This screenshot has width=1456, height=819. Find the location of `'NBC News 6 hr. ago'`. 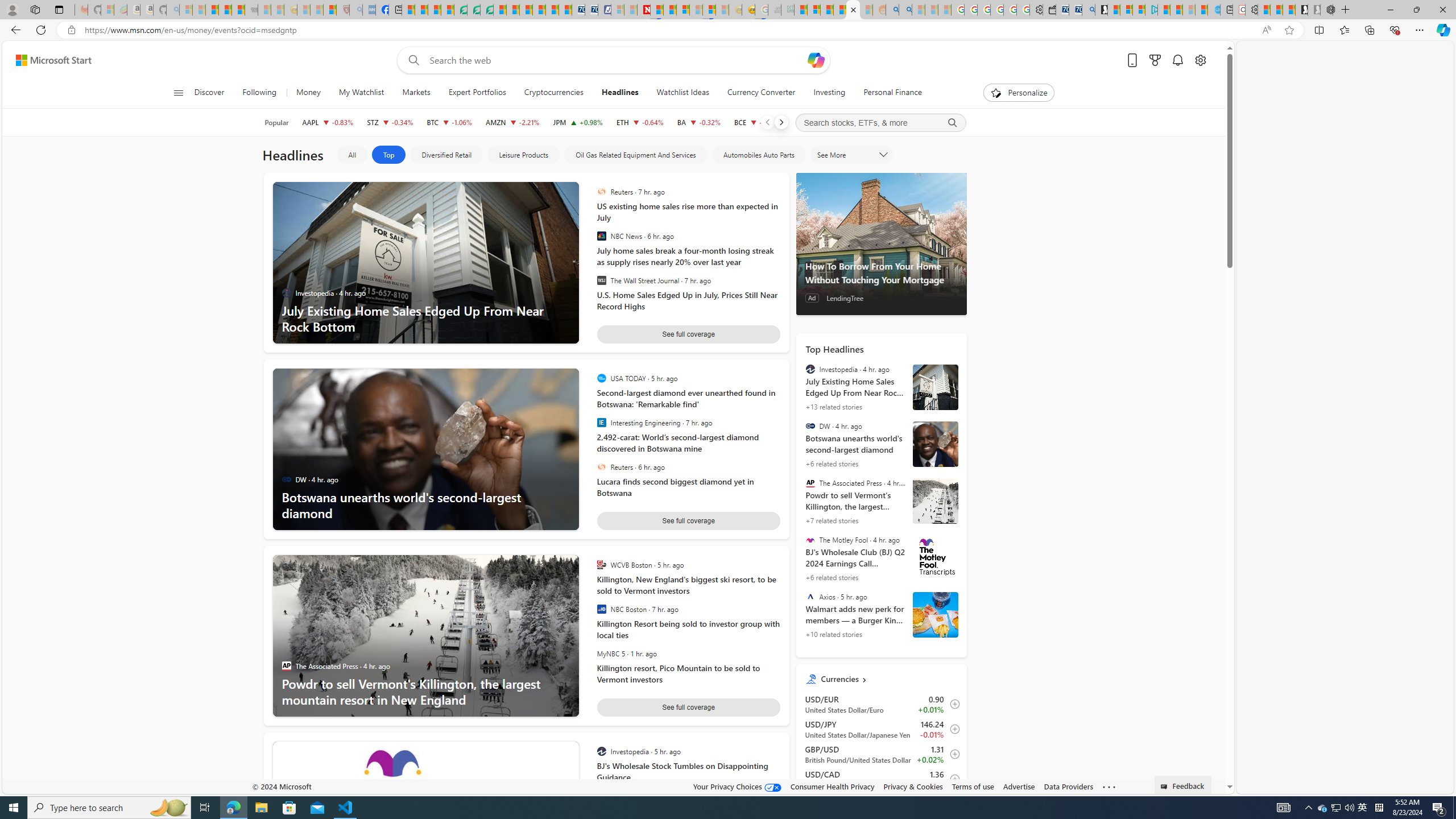

'NBC News 6 hr. ago' is located at coordinates (685, 235).